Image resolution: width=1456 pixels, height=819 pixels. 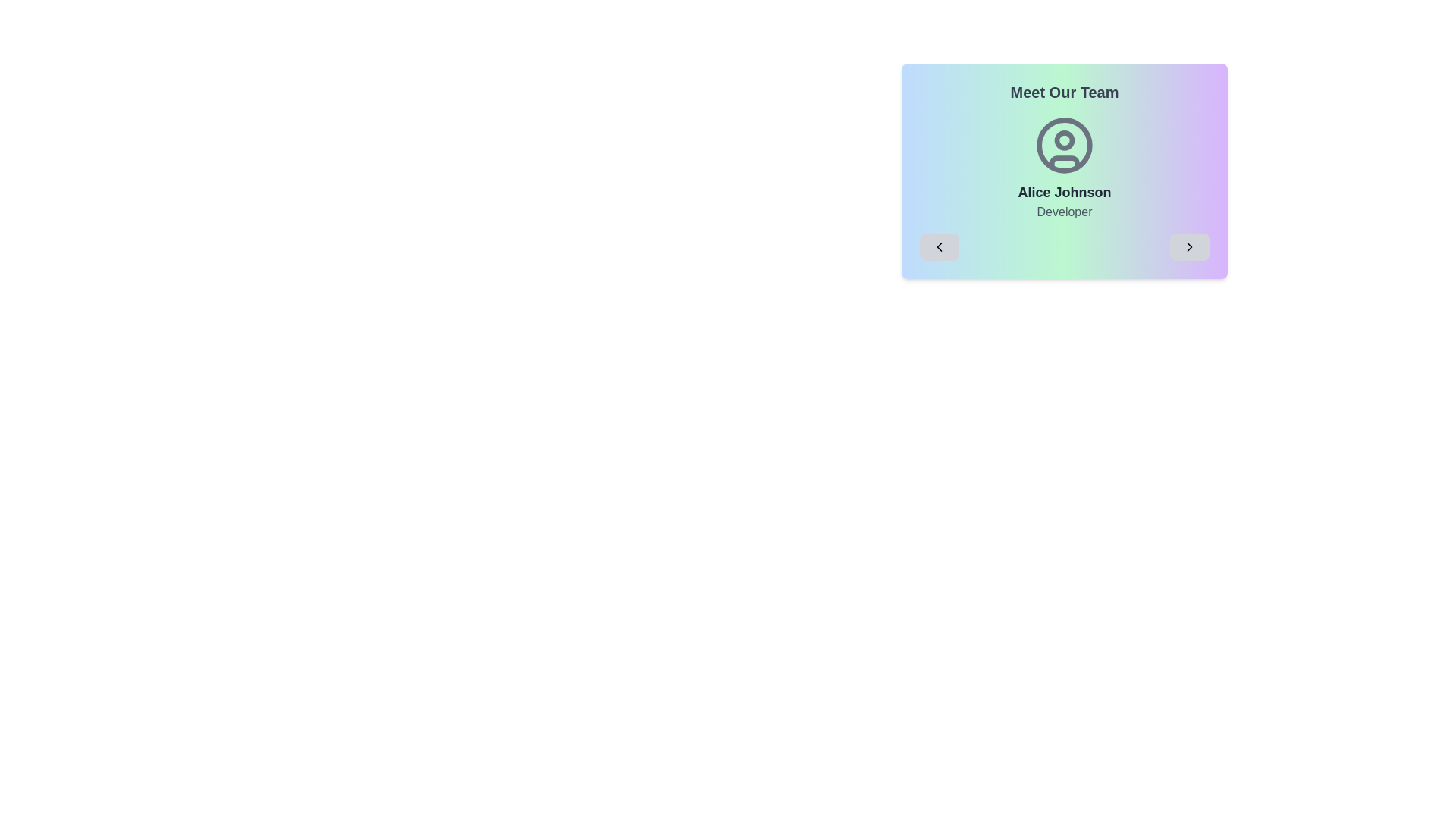 I want to click on the chevron icon located at the bottom-right corner of the card, which functions as a control for navigating to the next item in a carousel, so click(x=1189, y=246).